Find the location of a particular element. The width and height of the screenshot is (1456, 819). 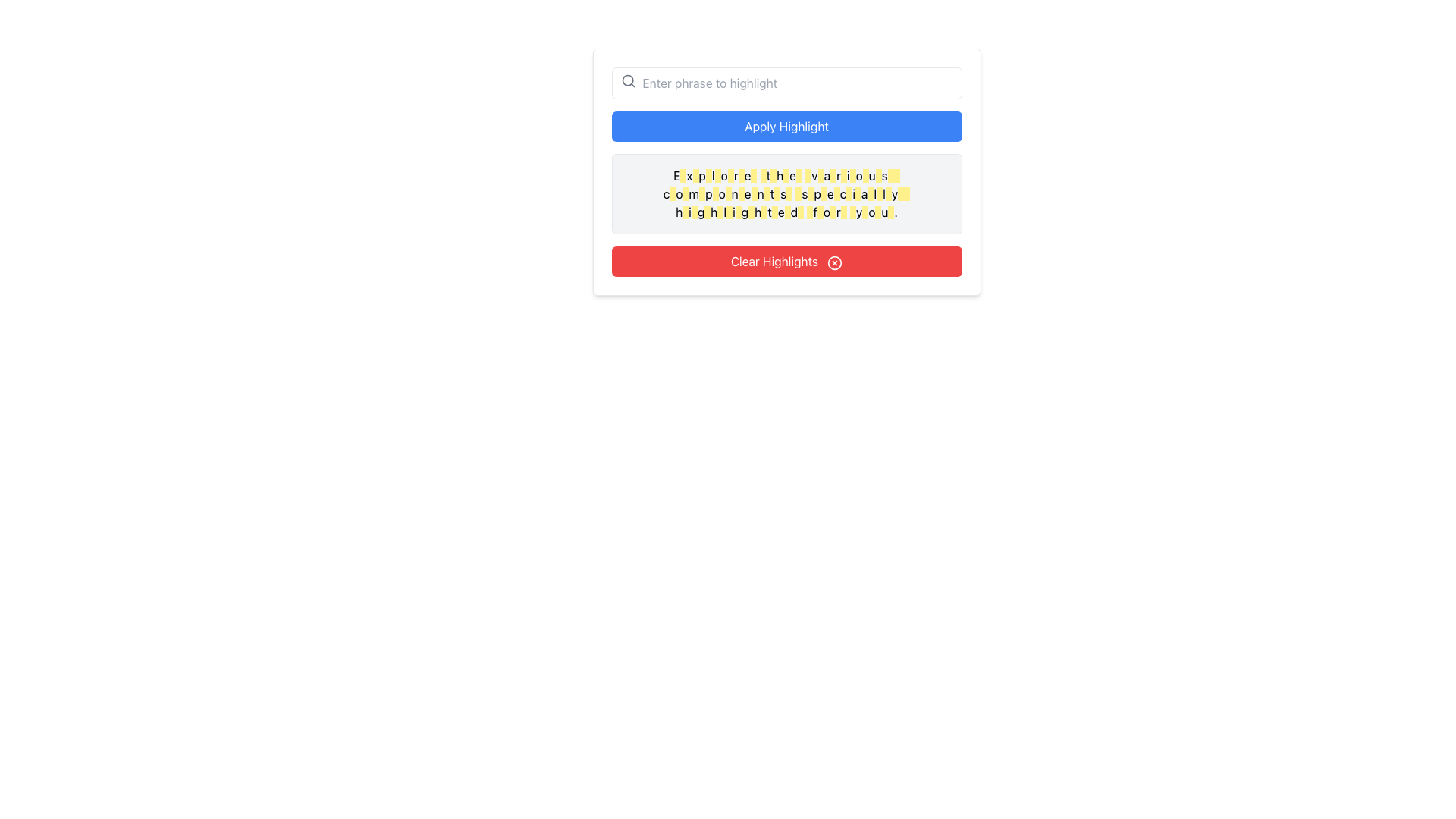

the 18th highlighted segment of the text block that reads 'Explore the various components specially highlighted for you.' is located at coordinates (878, 174).